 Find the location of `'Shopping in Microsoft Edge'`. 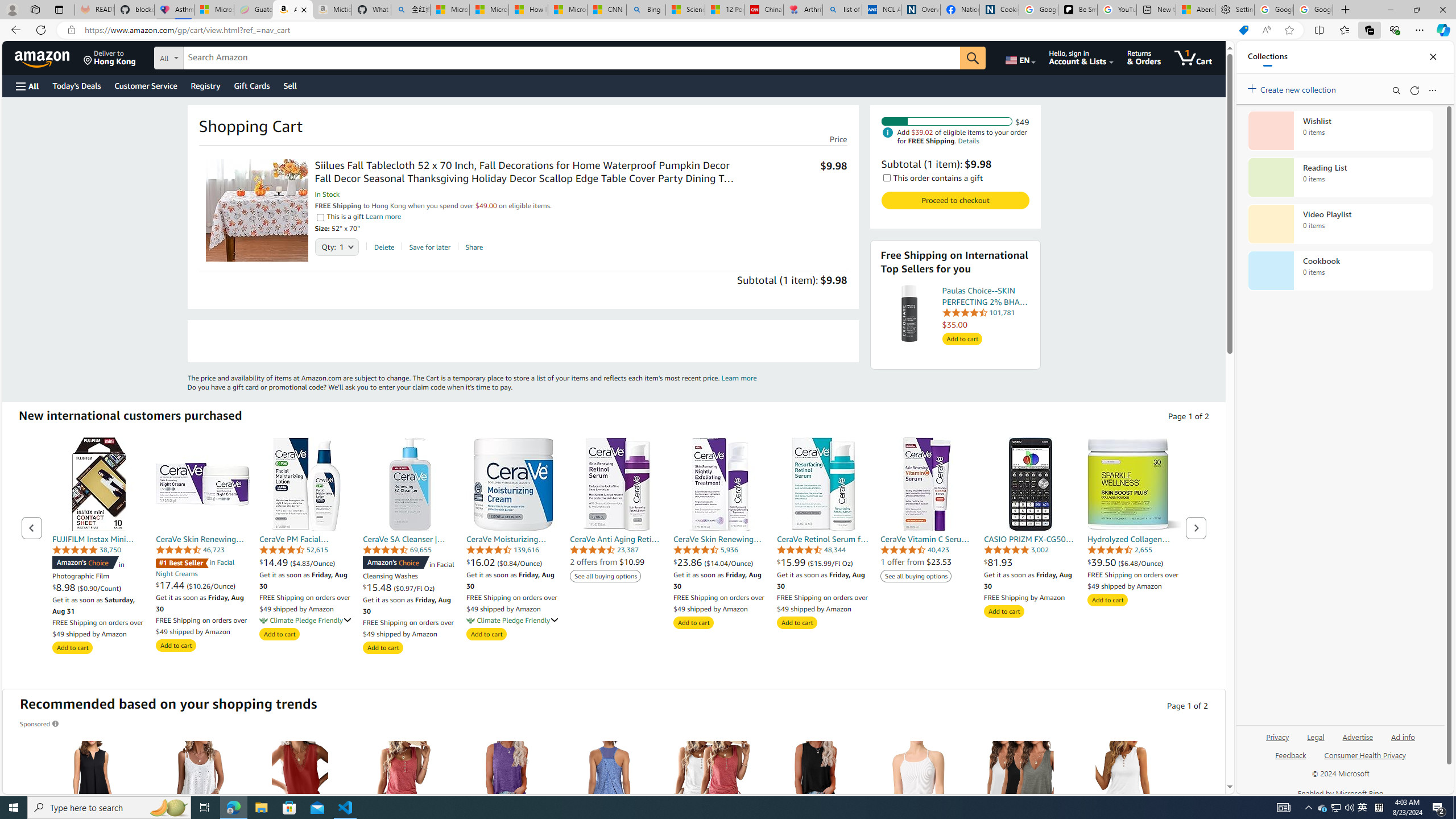

'Shopping in Microsoft Edge' is located at coordinates (1243, 30).